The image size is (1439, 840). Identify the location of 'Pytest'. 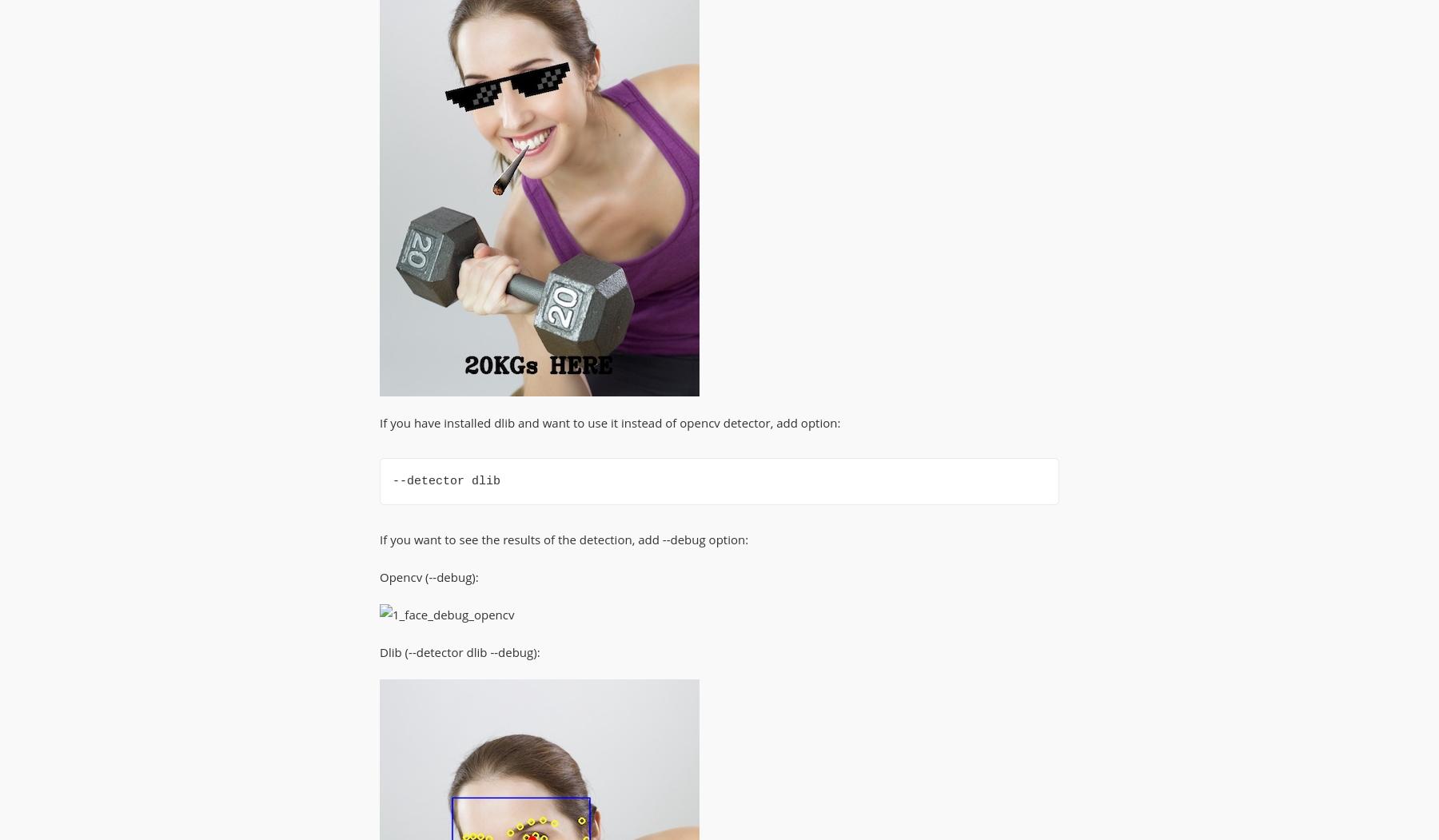
(620, 18).